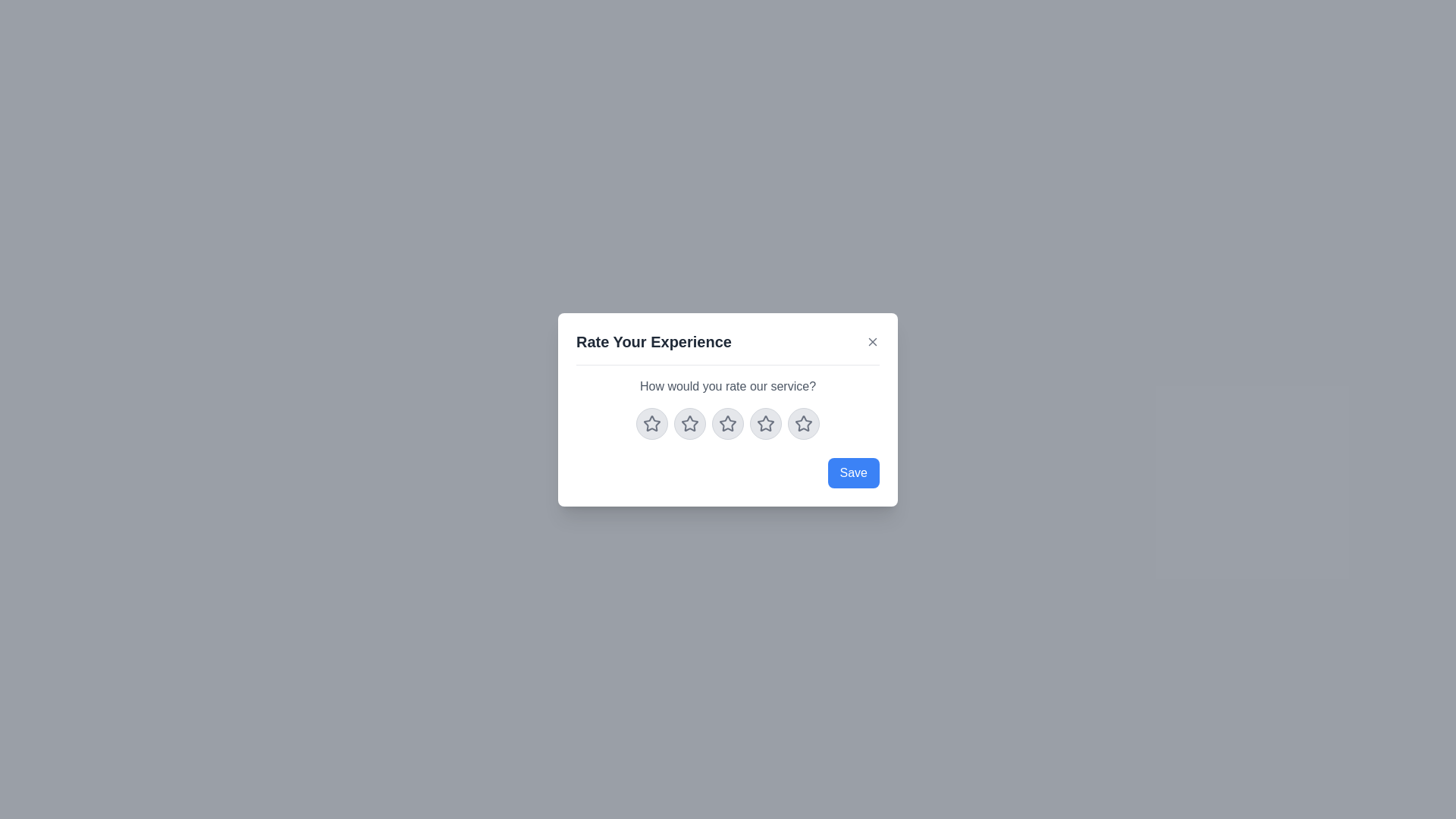  What do you see at coordinates (765, 423) in the screenshot?
I see `the star corresponding to the rating 4` at bounding box center [765, 423].